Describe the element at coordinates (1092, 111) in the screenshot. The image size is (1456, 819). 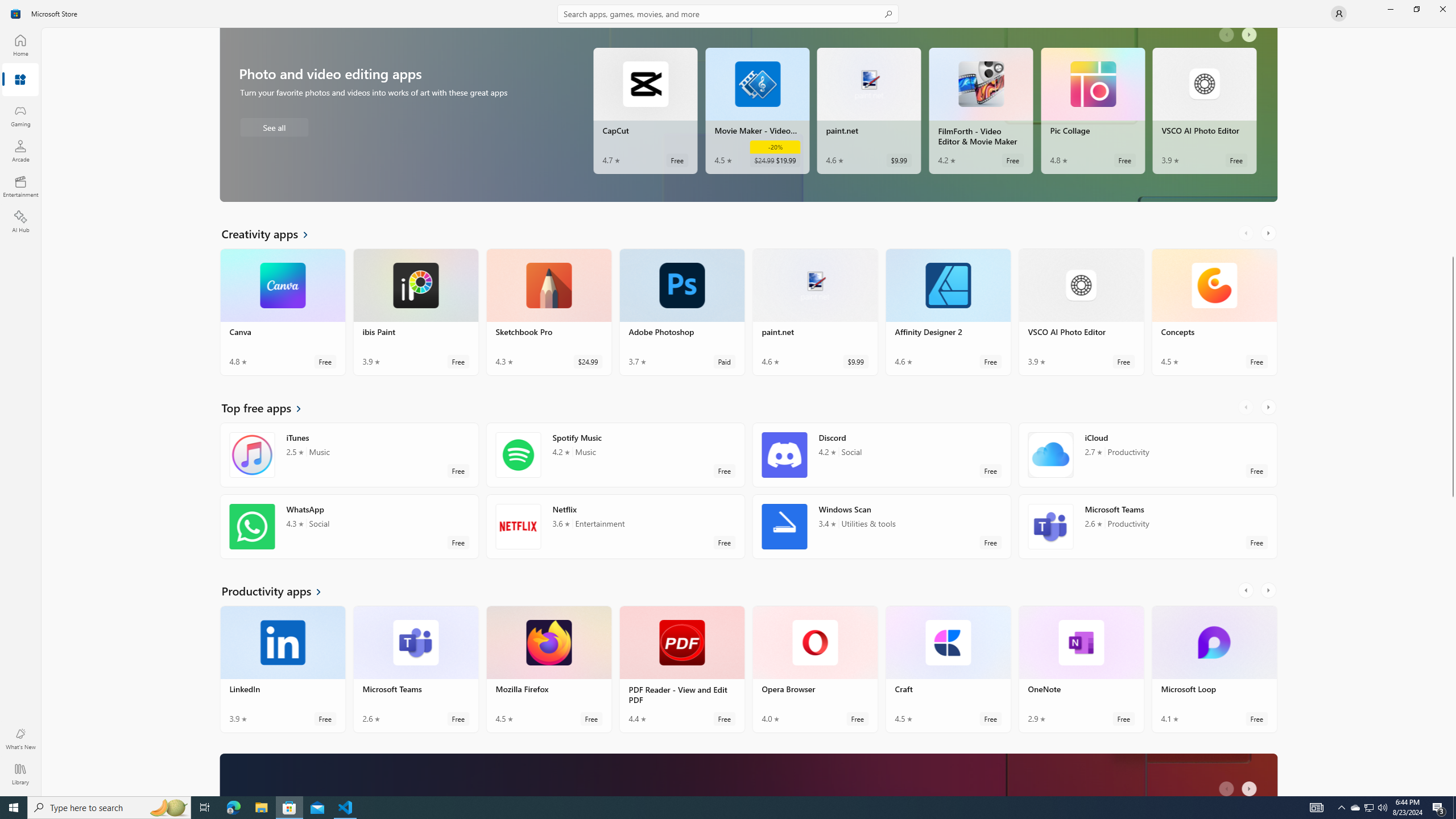
I see `'Pic Collage. Average rating of 4.8 out of five stars. Free  '` at that location.